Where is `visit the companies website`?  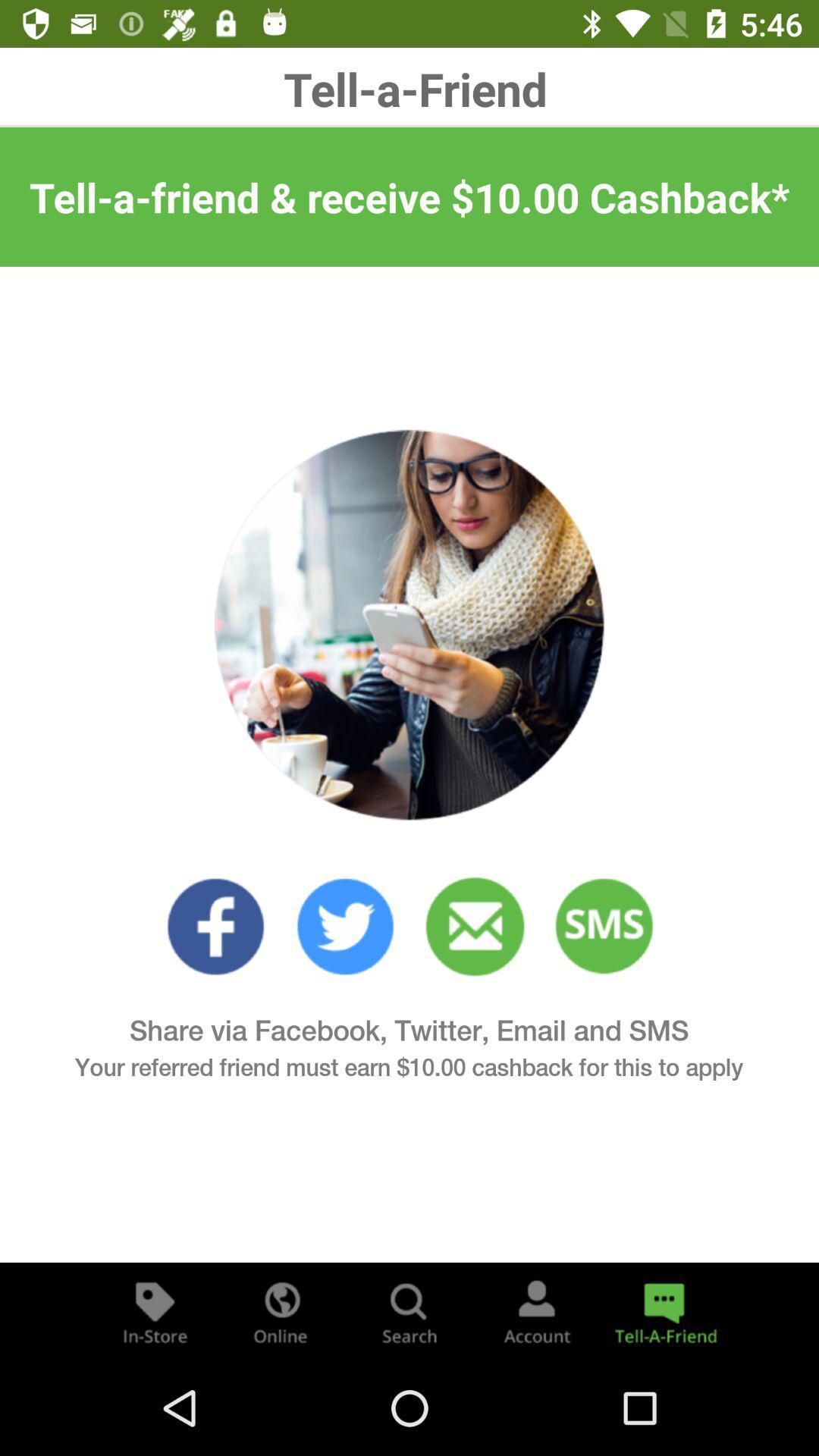
visit the companies website is located at coordinates (281, 1310).